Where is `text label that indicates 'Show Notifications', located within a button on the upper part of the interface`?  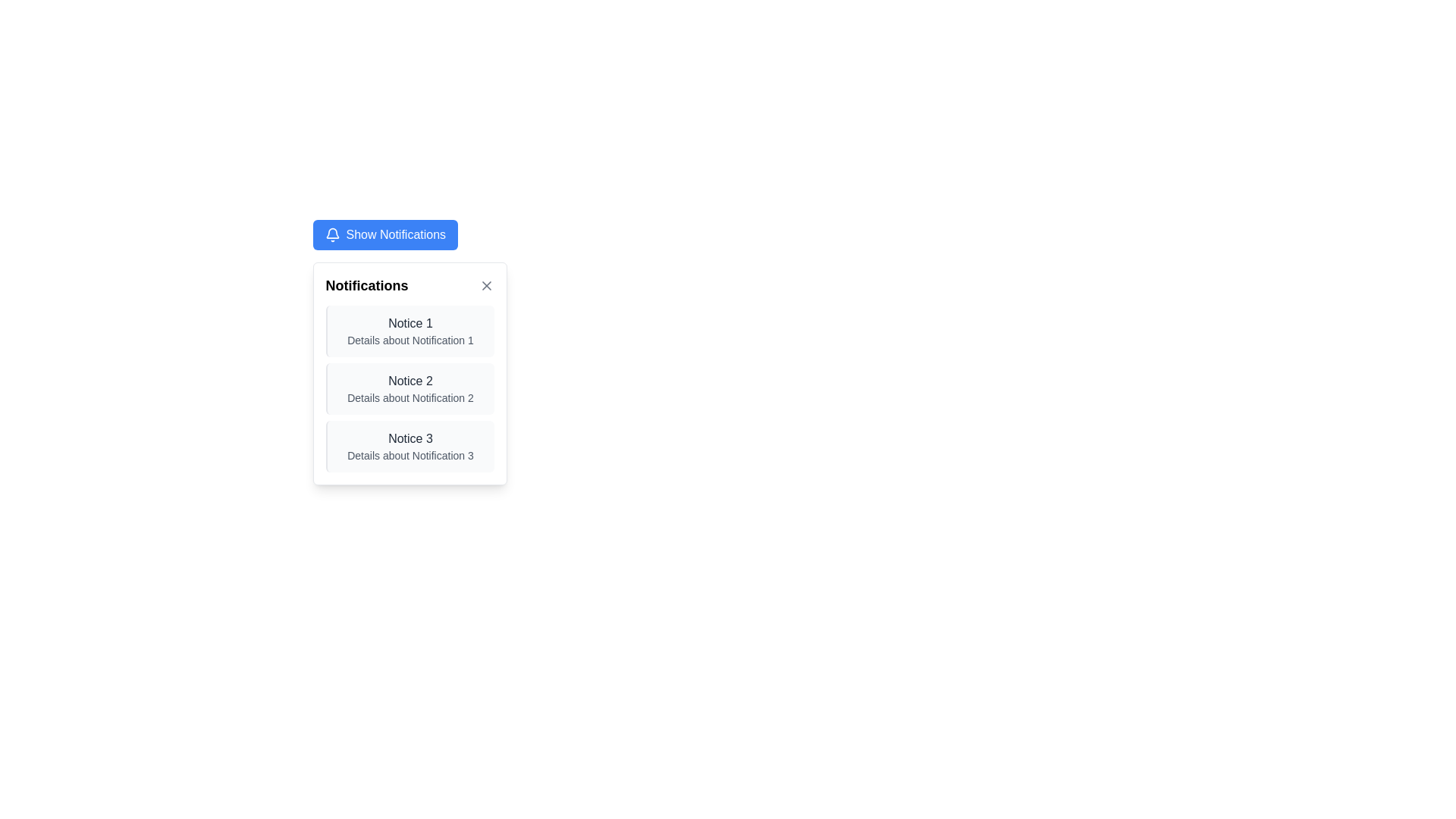 text label that indicates 'Show Notifications', located within a button on the upper part of the interface is located at coordinates (396, 234).